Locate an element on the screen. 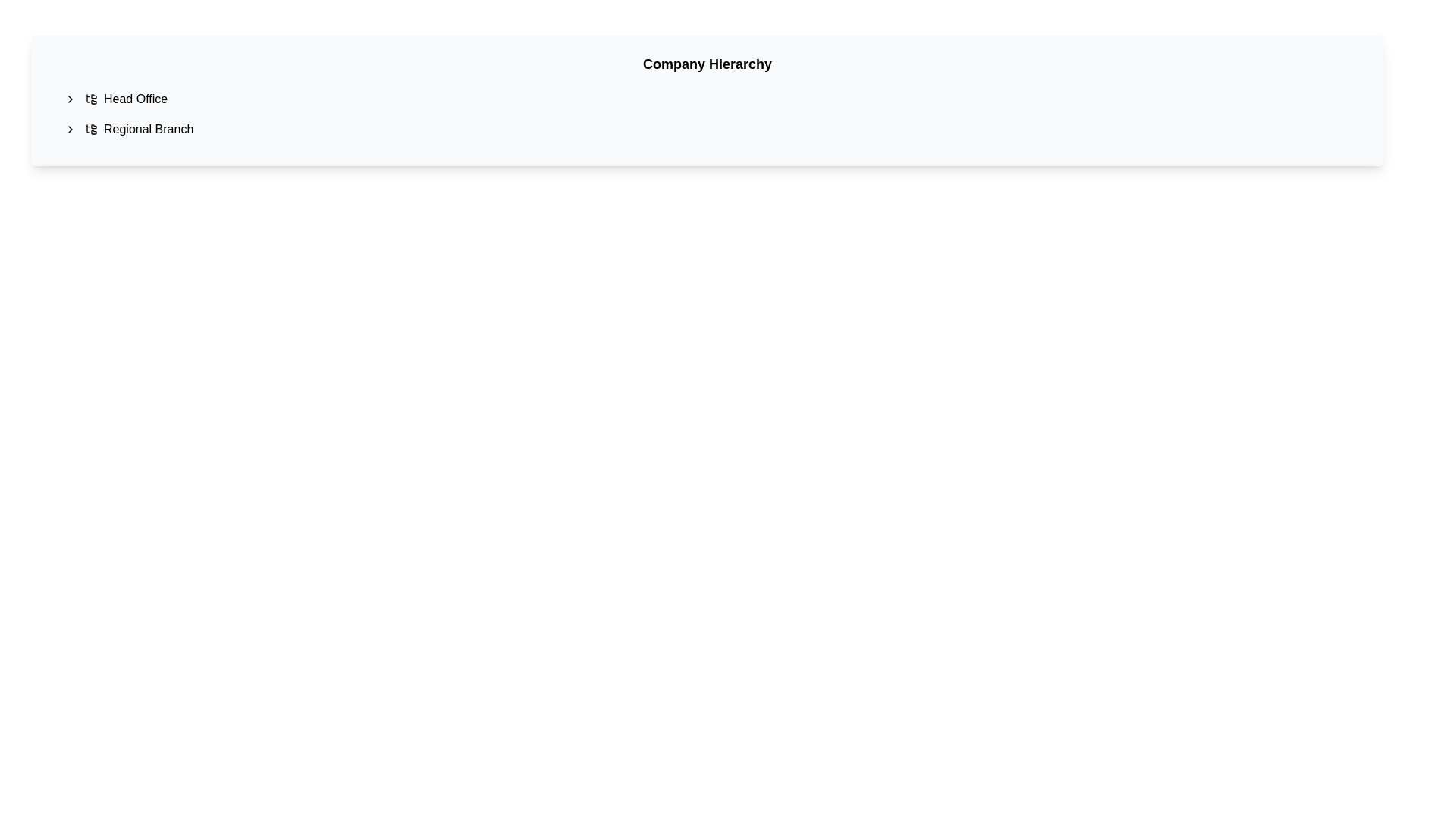  the first navigation item labeled with an icon under the 'Company Hierarchy' title to execute its primary action is located at coordinates (127, 99).